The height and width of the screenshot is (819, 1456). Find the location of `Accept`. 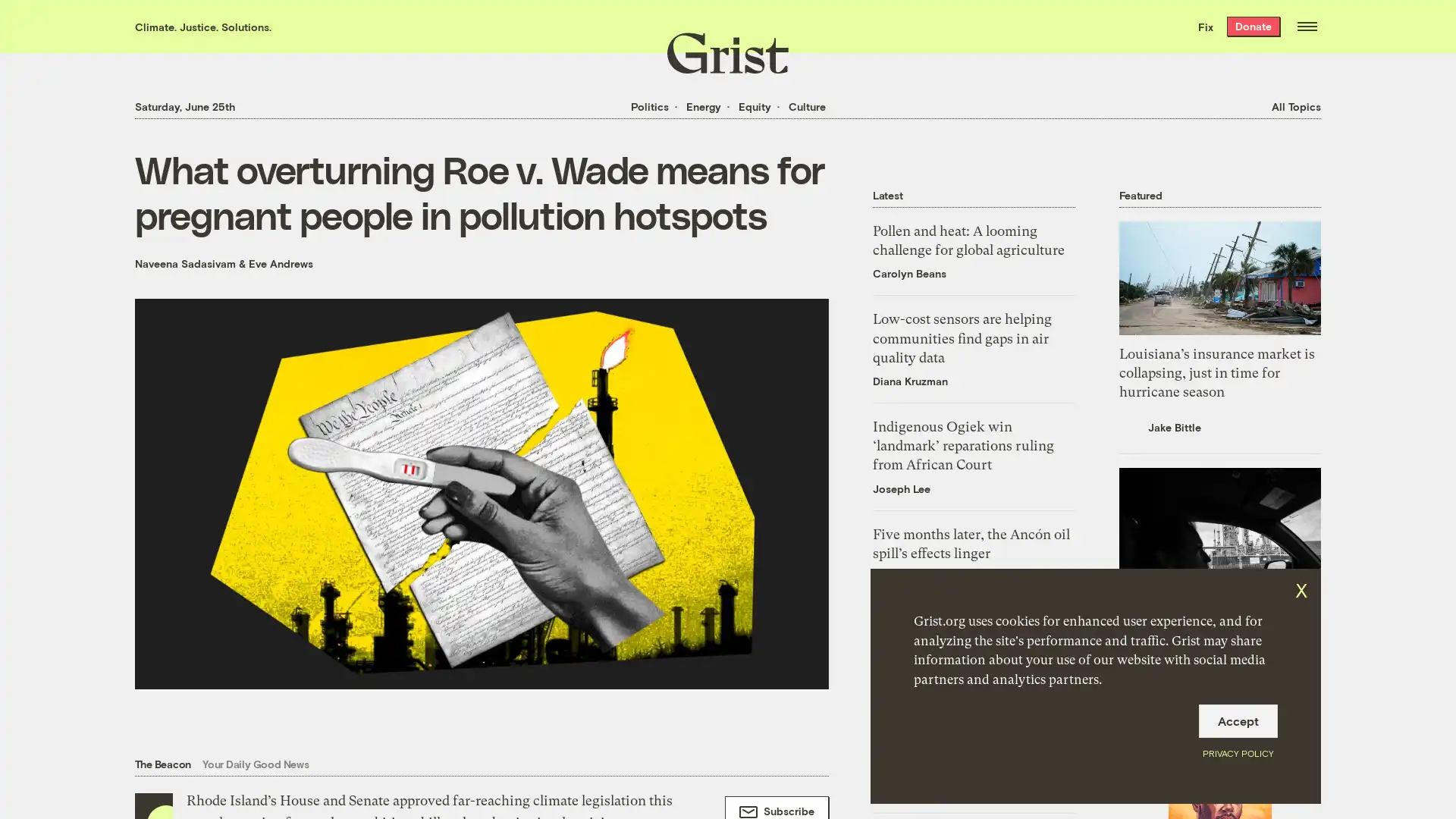

Accept is located at coordinates (1238, 720).